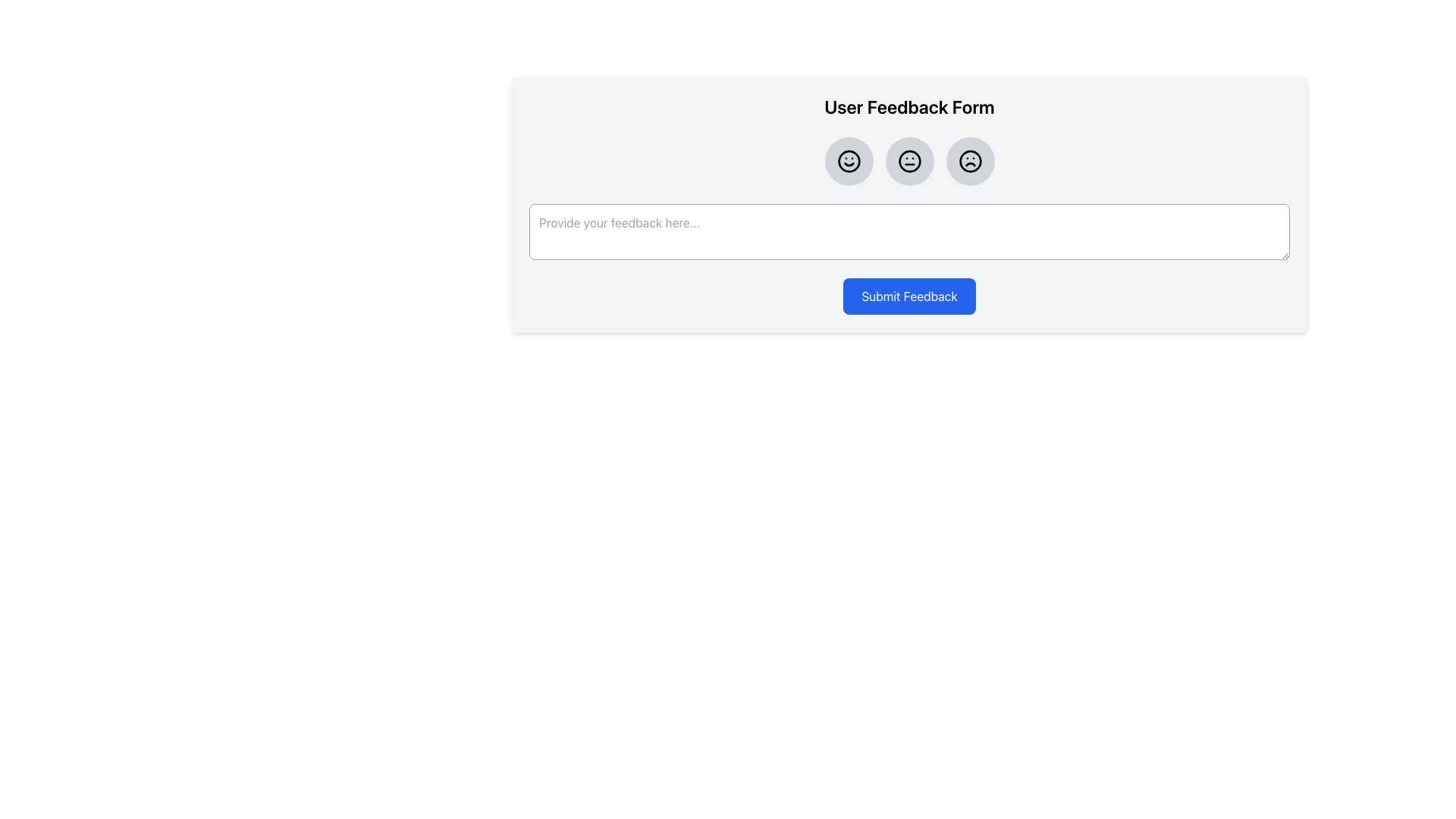  Describe the element at coordinates (909, 161) in the screenshot. I see `the neutral feedback button located in the User Feedback Form section, which is the second of three horizontally aligned icons between the happy and sad face icons` at that location.